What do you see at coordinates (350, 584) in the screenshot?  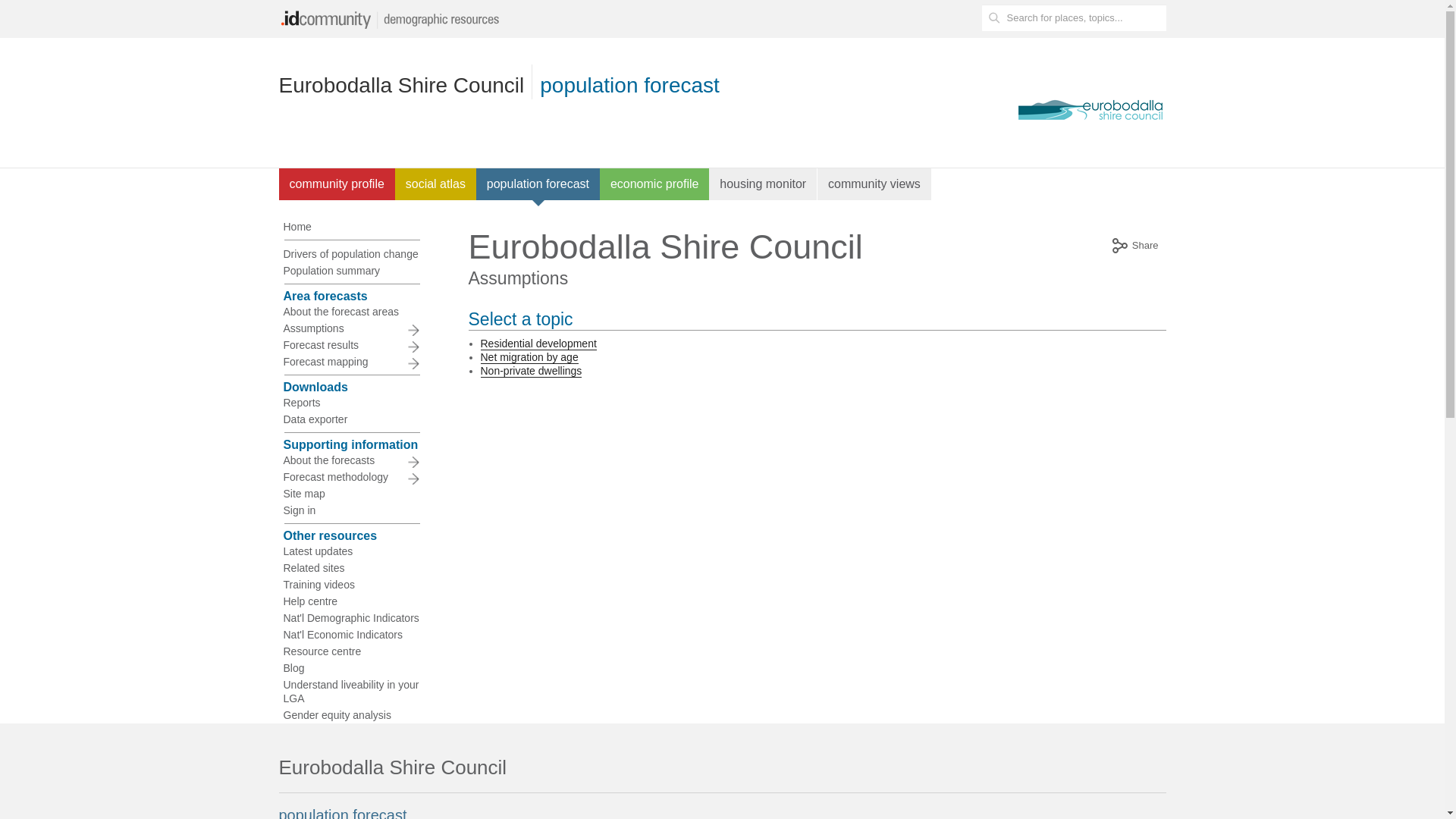 I see `'Training videos'` at bounding box center [350, 584].